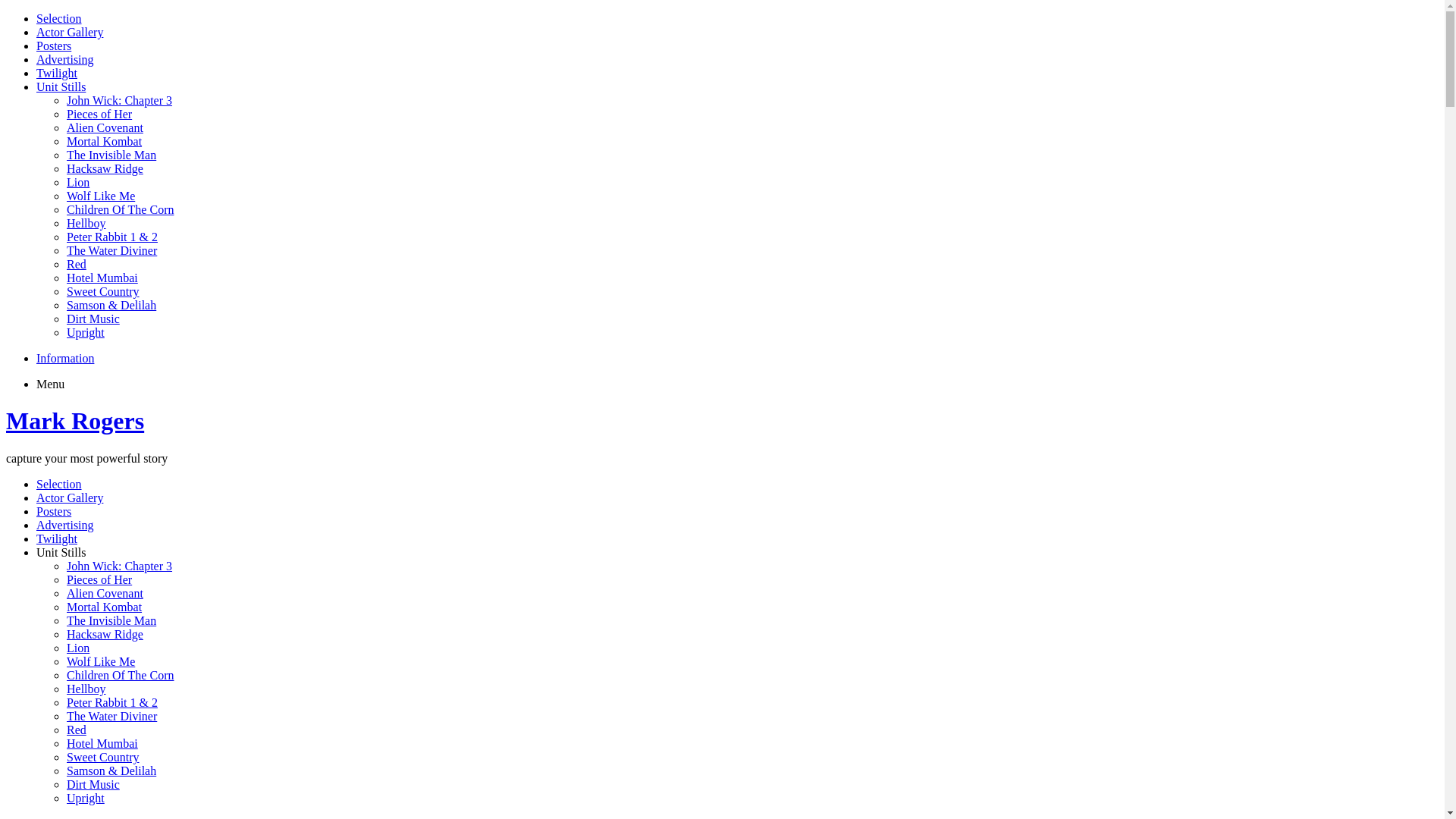 The height and width of the screenshot is (819, 1456). I want to click on 'The Water Diviner', so click(111, 716).